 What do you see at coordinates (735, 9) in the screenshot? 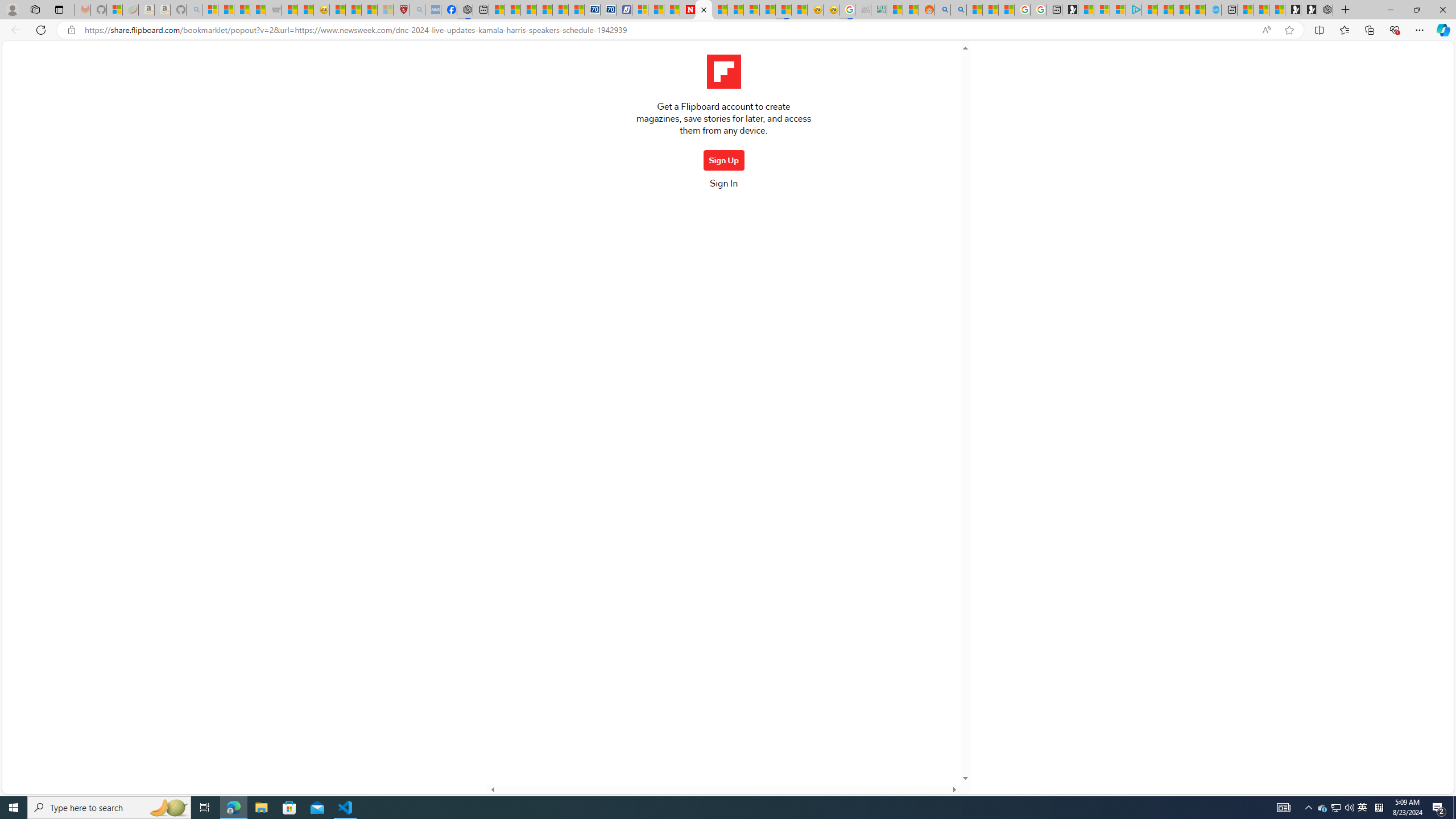
I see `'Trusted Community Engagement and Contributions | Guidelines'` at bounding box center [735, 9].